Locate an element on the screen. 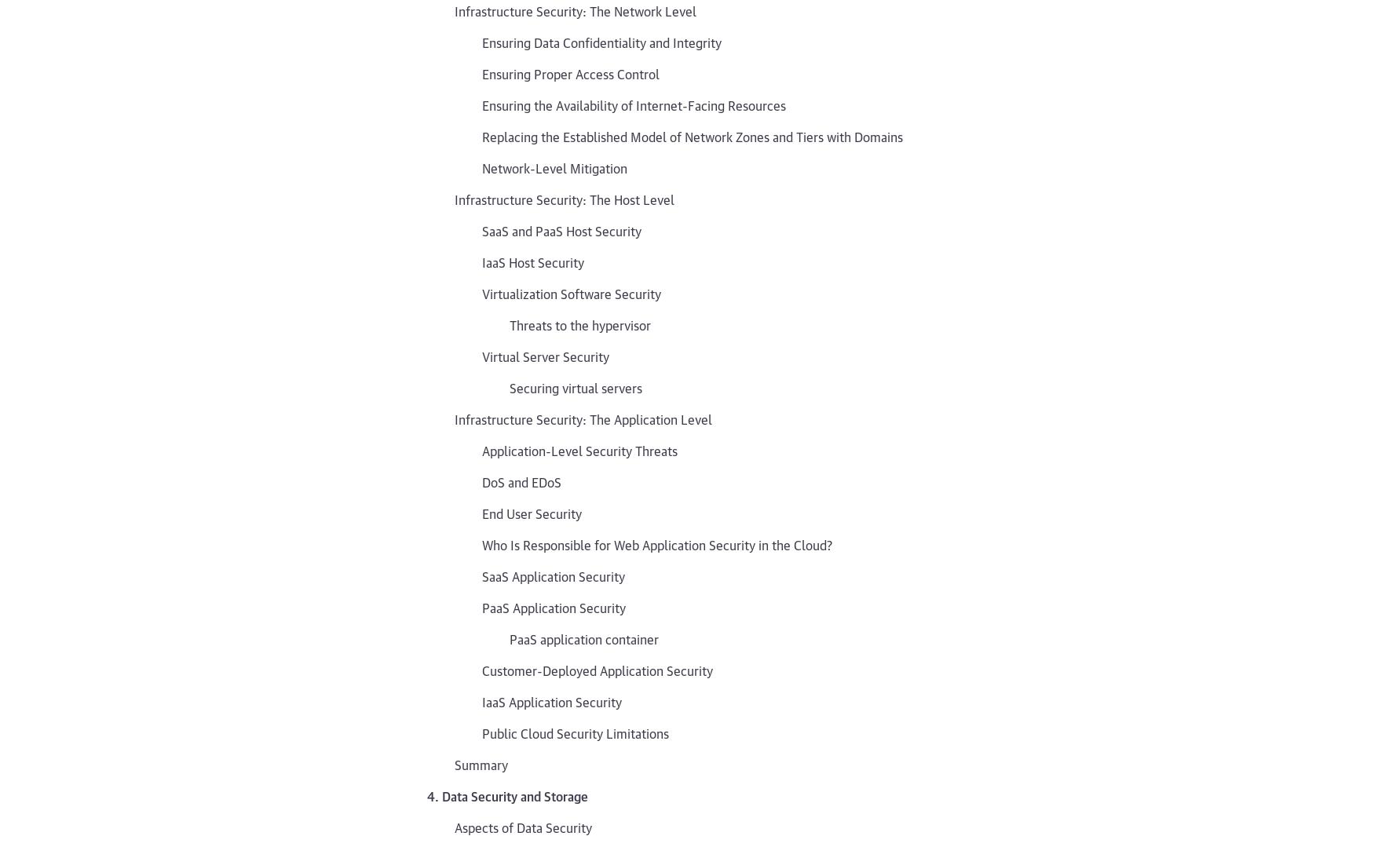  'Customer-Deployed Application Security' is located at coordinates (596, 669).